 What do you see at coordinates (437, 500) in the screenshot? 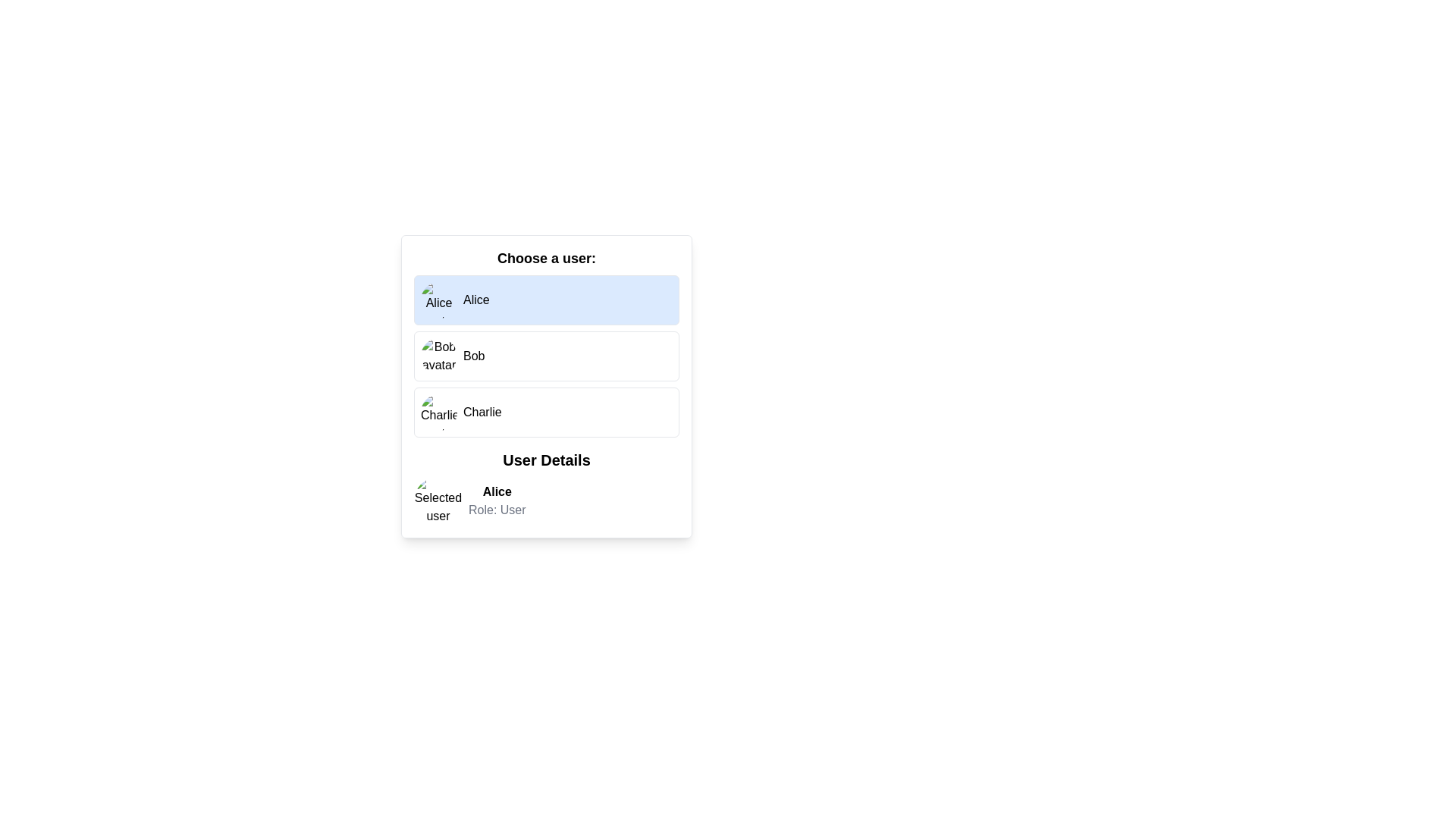
I see `the Avatar Image representing the currently selected user, located to the left of the text 'Alice' and 'Role: User' in the 'User Details' section of the user selection interface` at bounding box center [437, 500].